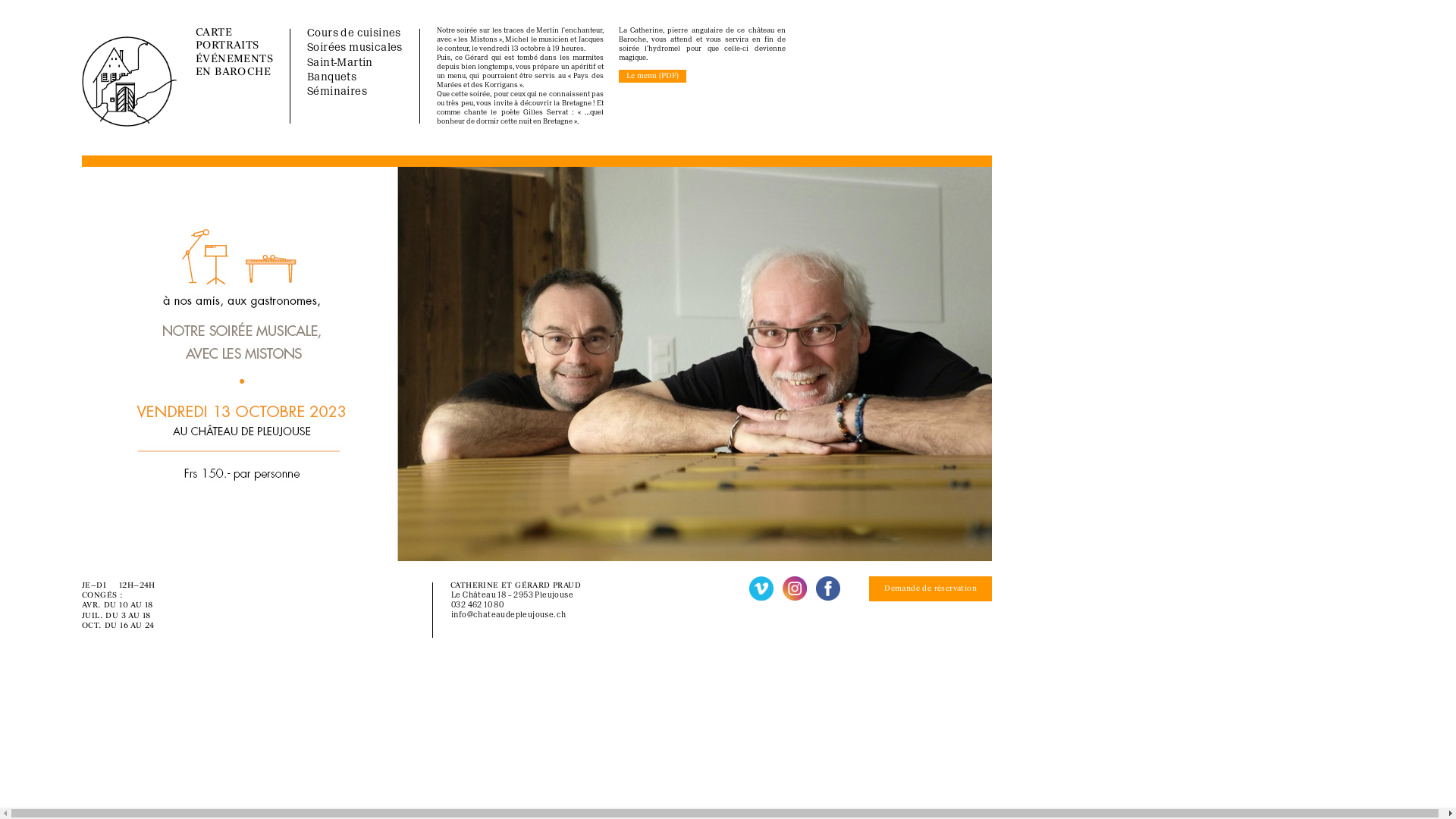 The width and height of the screenshot is (1456, 819). Describe the element at coordinates (232, 72) in the screenshot. I see `'EN BAROCHE'` at that location.